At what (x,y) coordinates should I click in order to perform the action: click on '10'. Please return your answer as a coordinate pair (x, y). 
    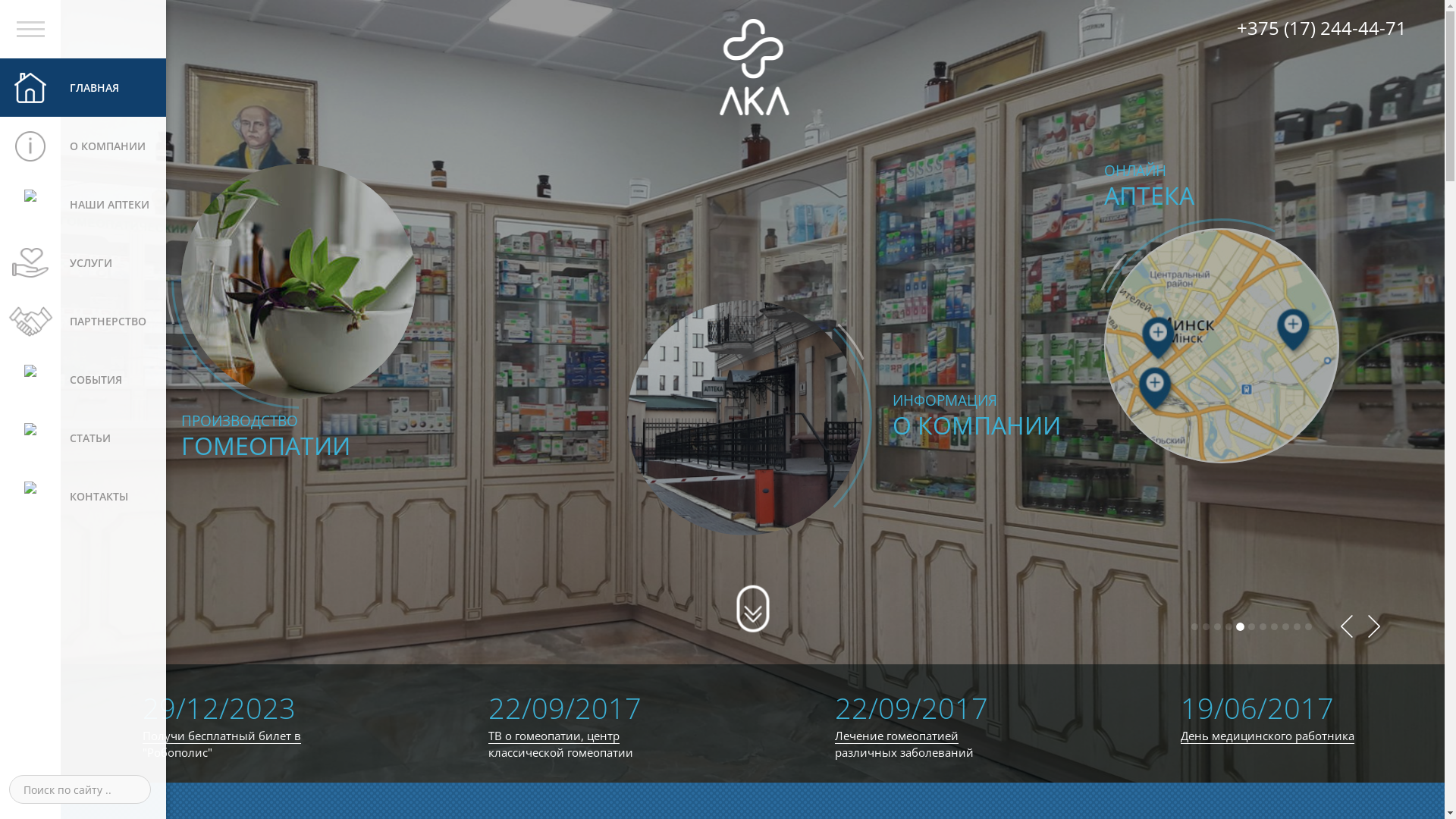
    Looking at the image, I should click on (1296, 626).